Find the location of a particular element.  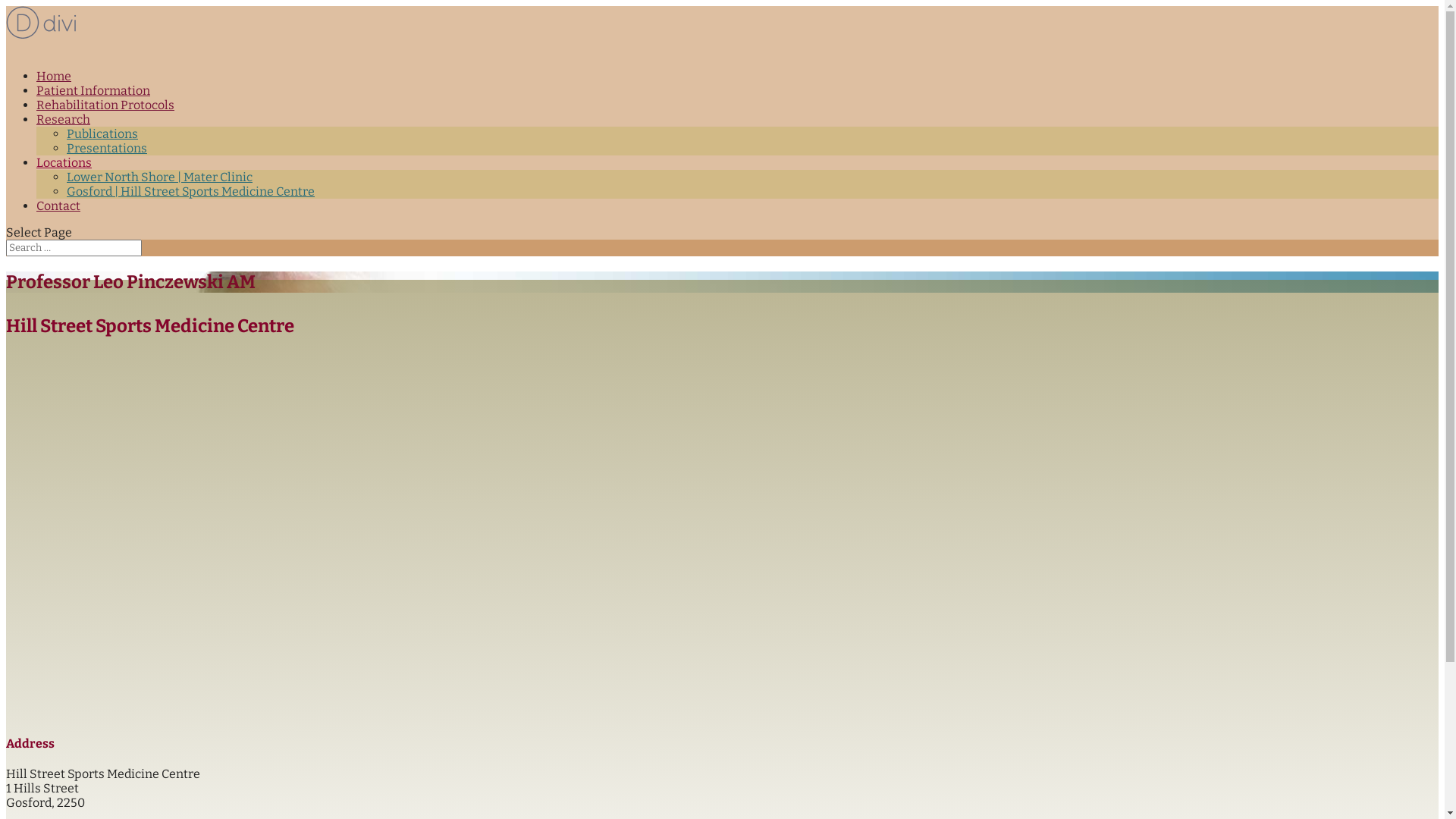

'Rehabilitation Protocols' is located at coordinates (36, 111).